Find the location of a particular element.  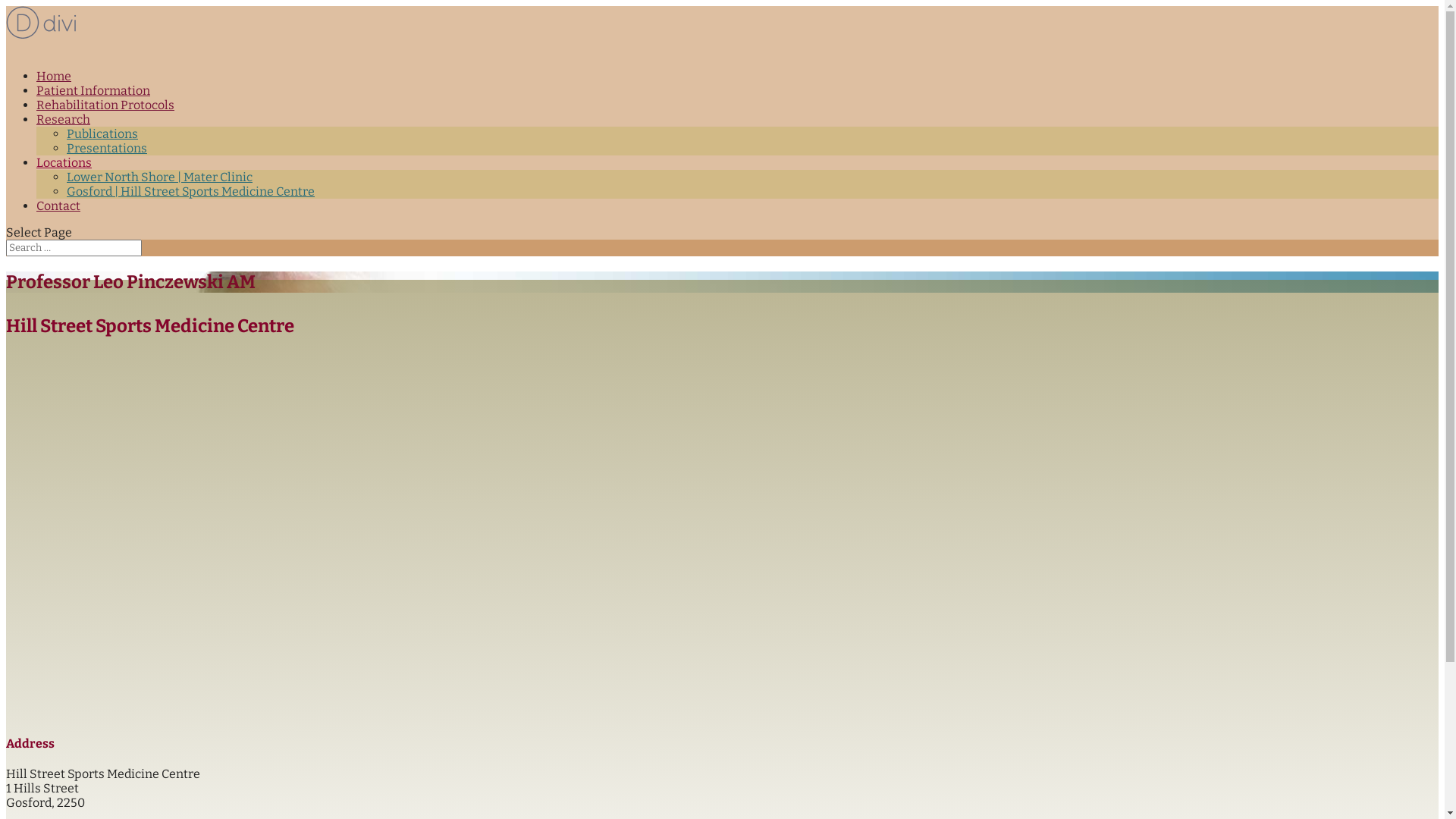

'Rehabilitation Protocols' is located at coordinates (36, 111).